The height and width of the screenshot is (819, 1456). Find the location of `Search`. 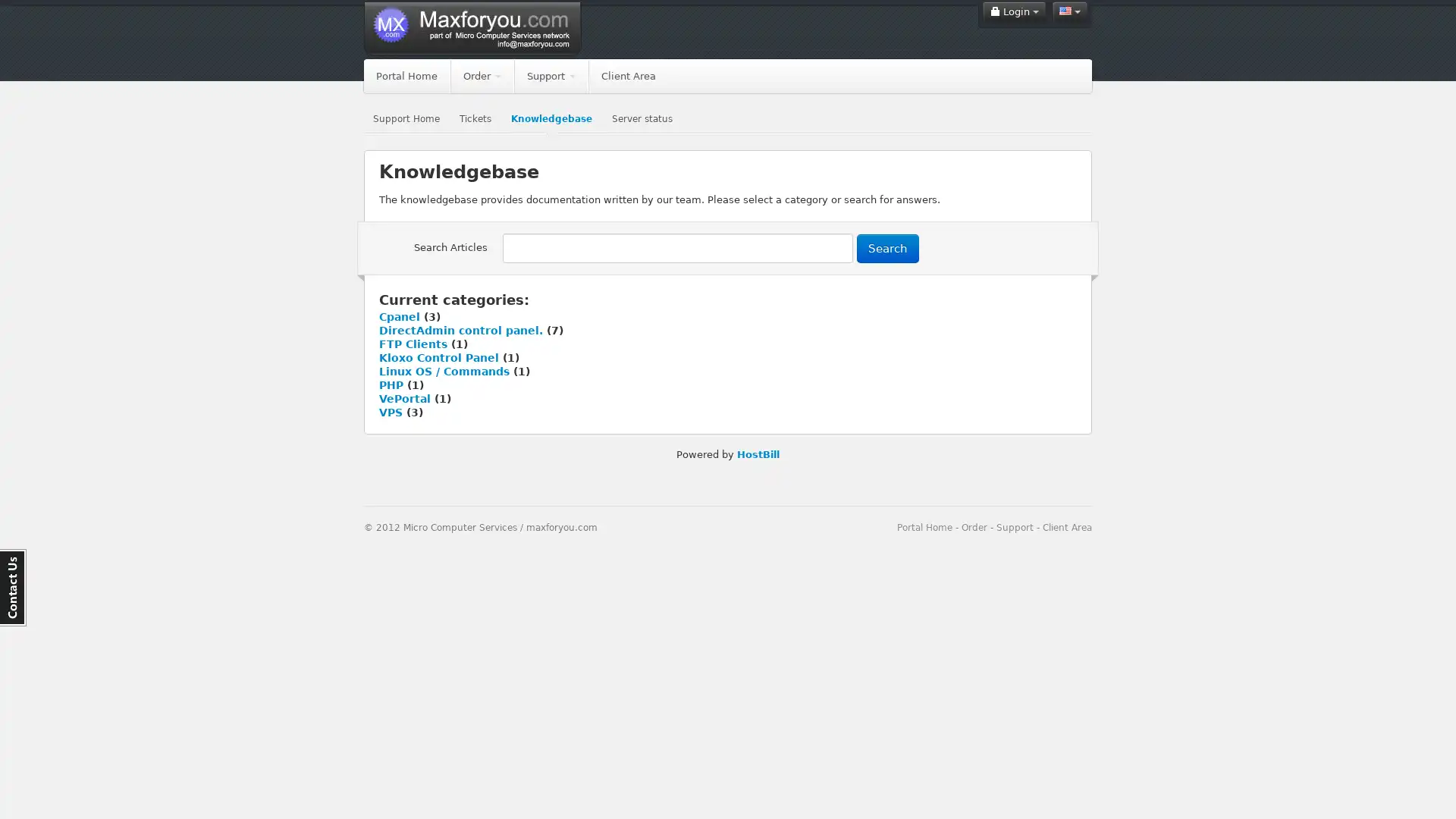

Search is located at coordinates (888, 247).